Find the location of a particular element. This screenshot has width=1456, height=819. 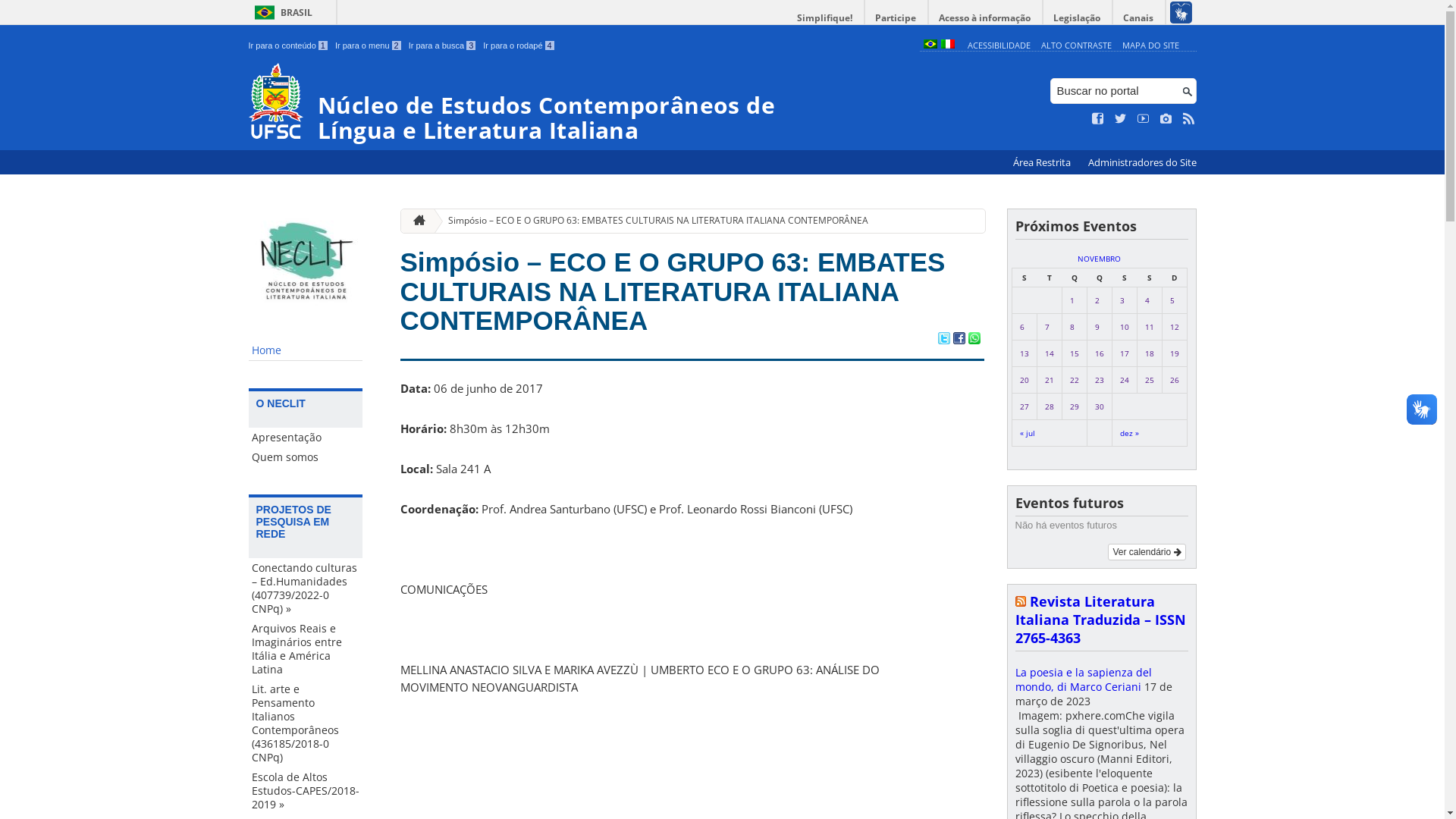

'12' is located at coordinates (1172, 326).